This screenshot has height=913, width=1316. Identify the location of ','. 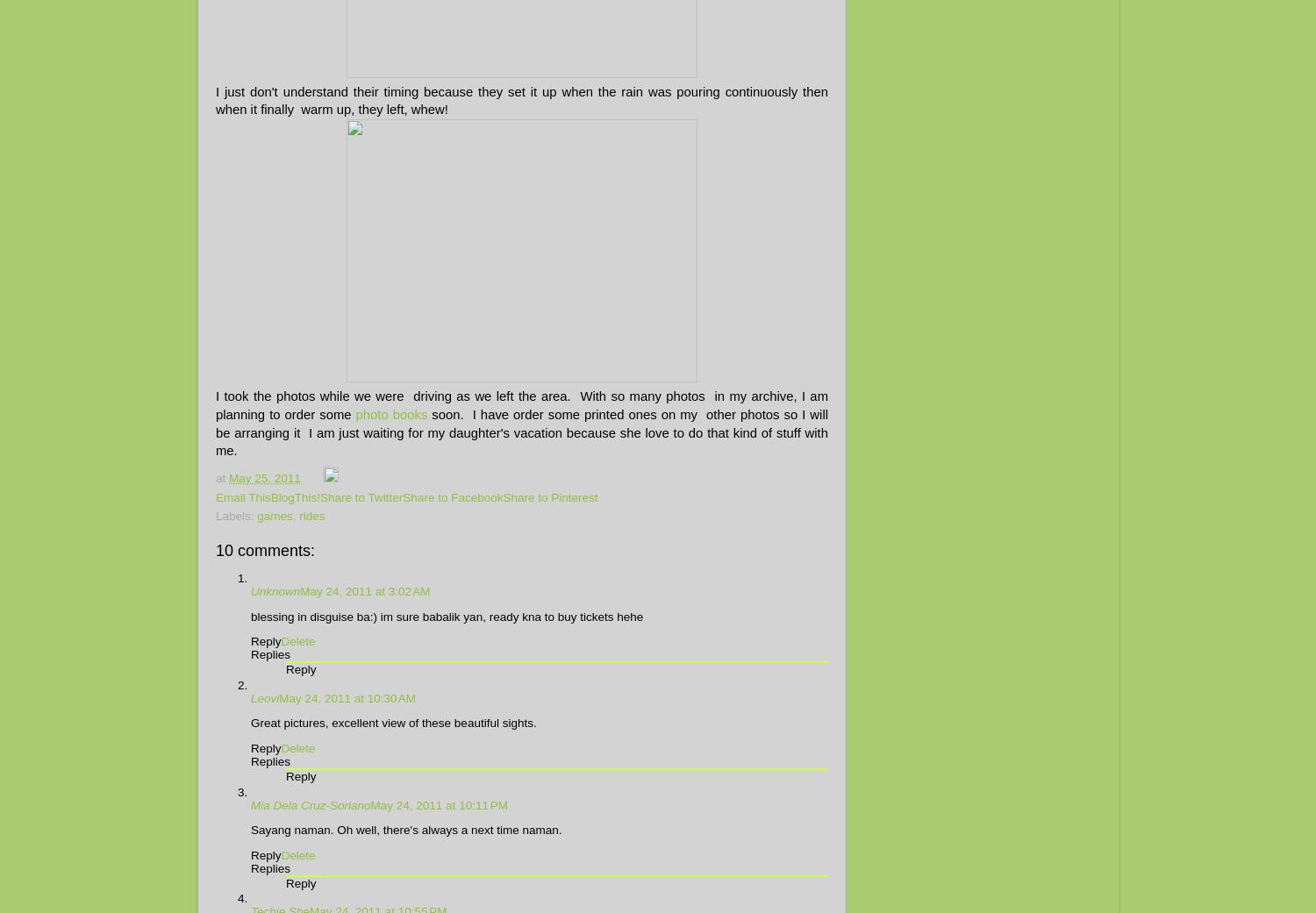
(291, 516).